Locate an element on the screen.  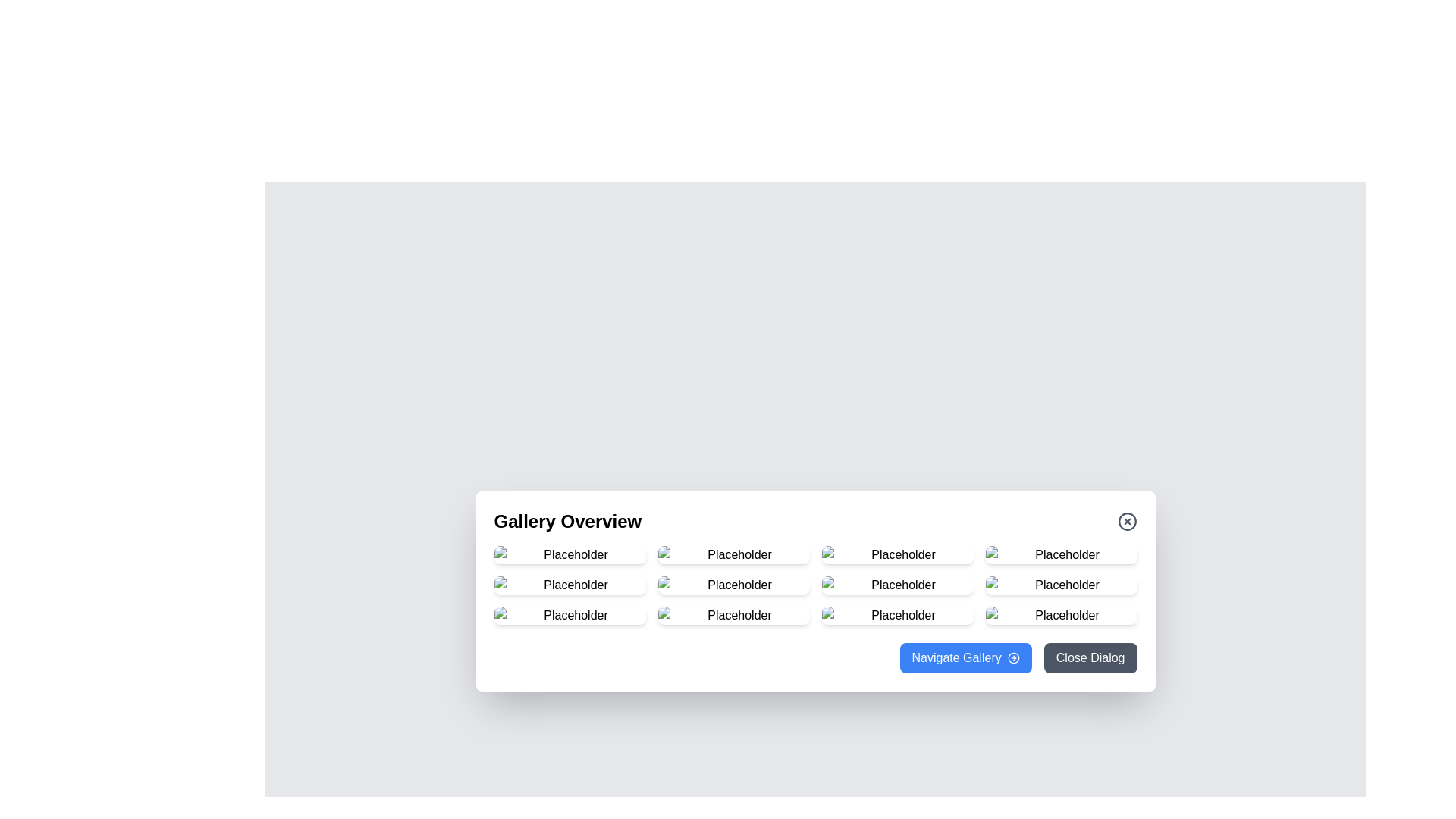
the 'Close Dialog' button to close the dialog is located at coordinates (1090, 657).